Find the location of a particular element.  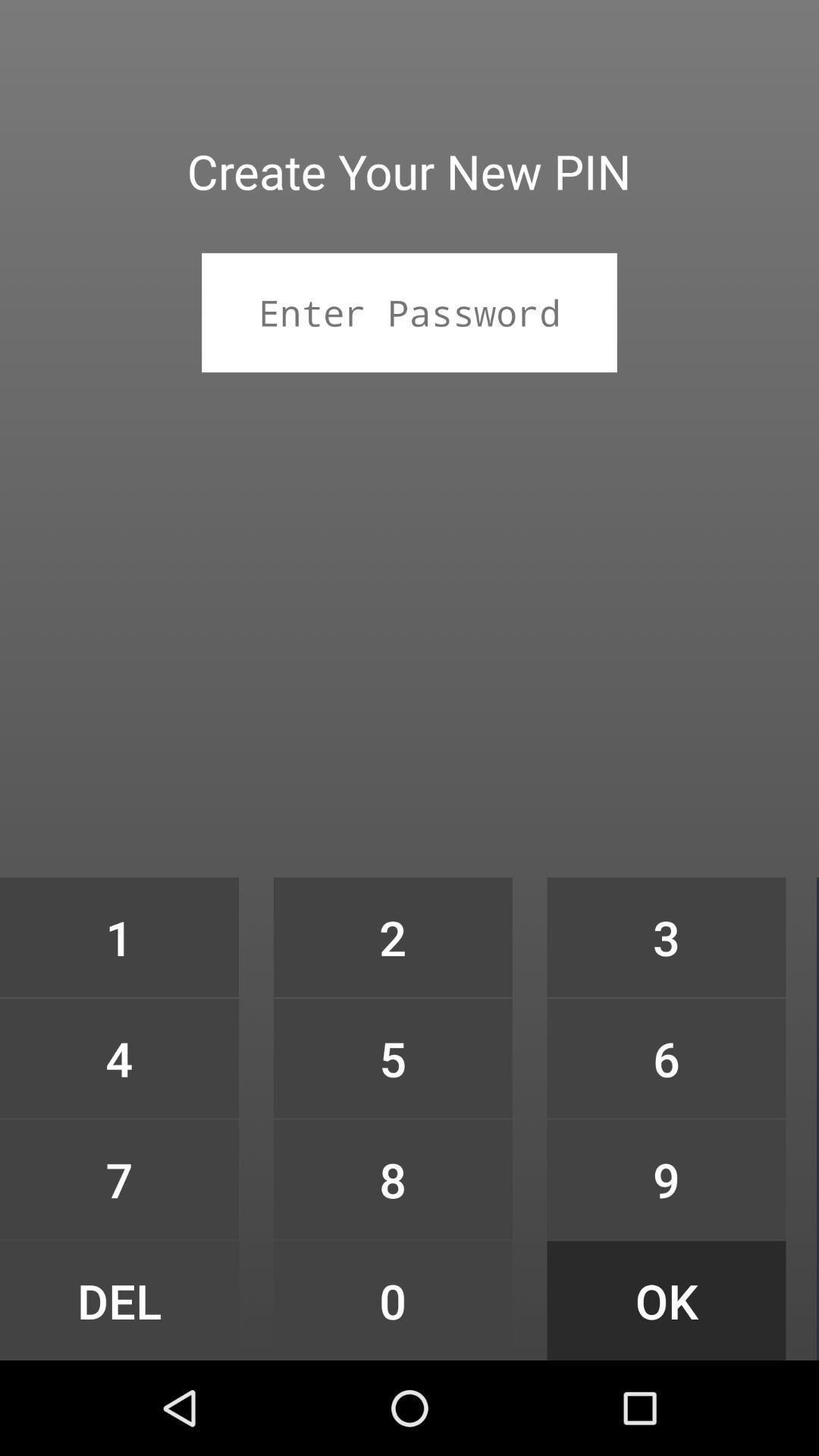

item next to the 5 is located at coordinates (118, 1178).